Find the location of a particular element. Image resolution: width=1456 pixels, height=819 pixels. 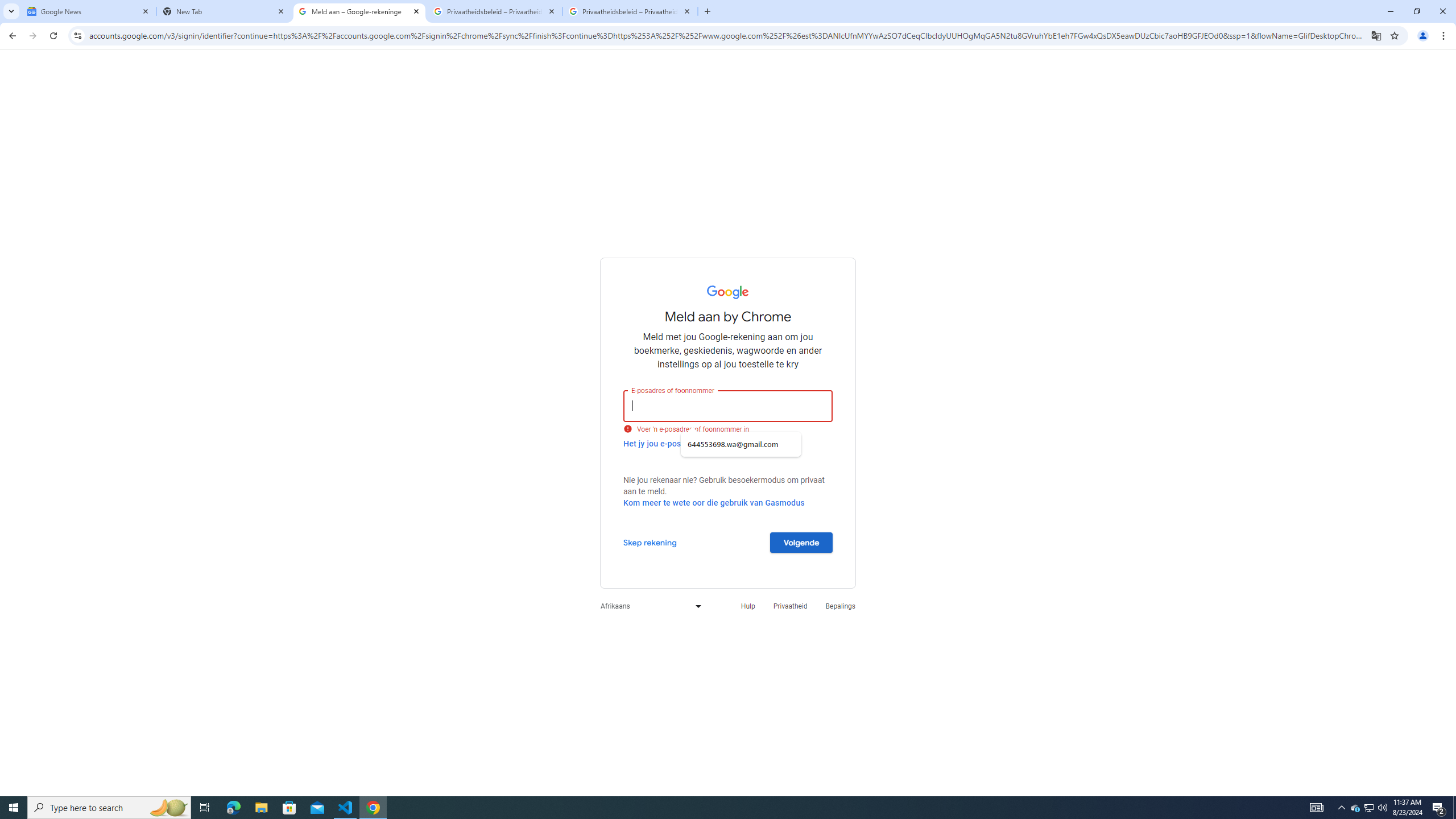

'Bepalings' is located at coordinates (840, 605).